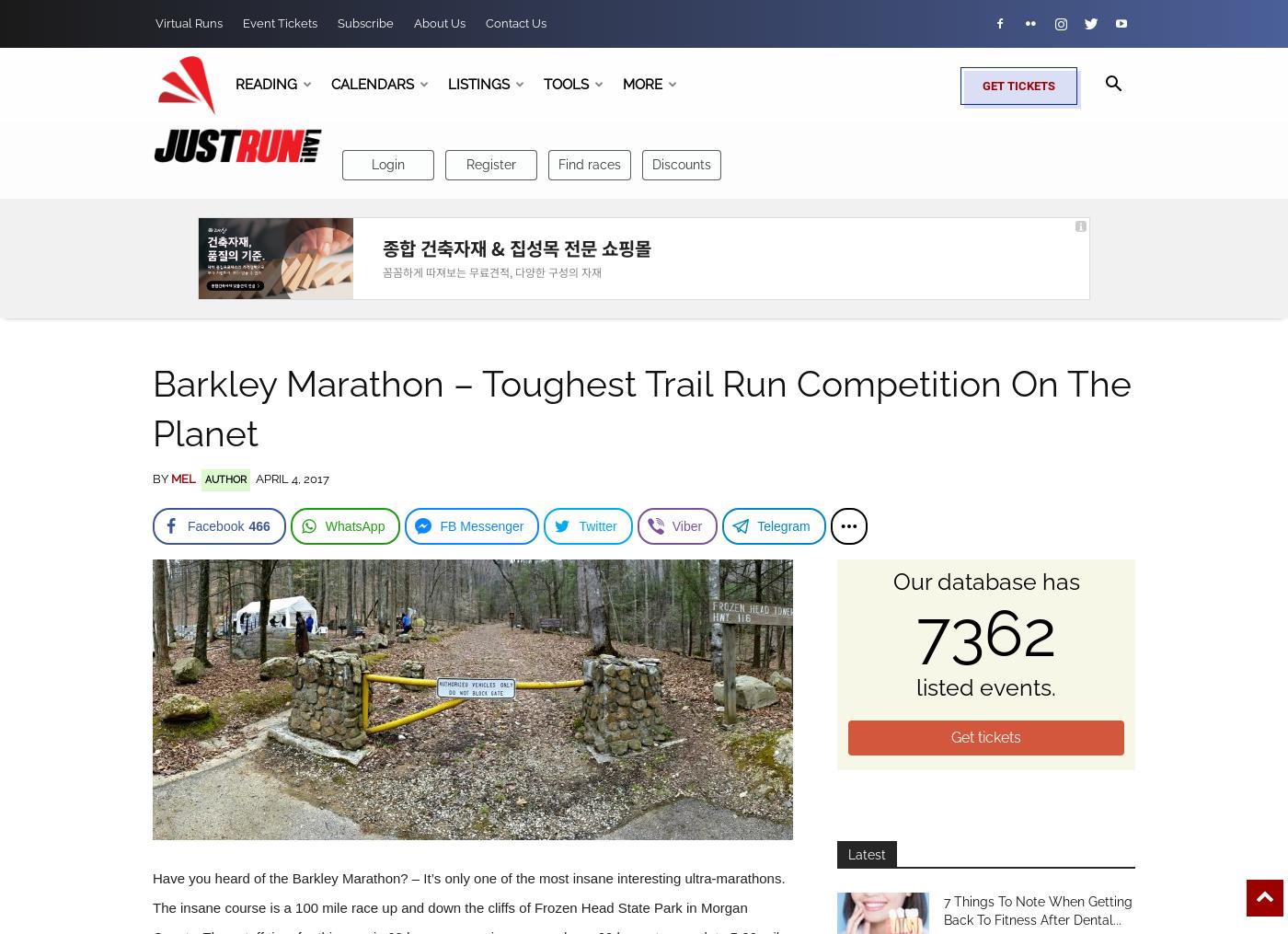 This screenshot has width=1288, height=934. I want to click on 'Latest', so click(867, 853).